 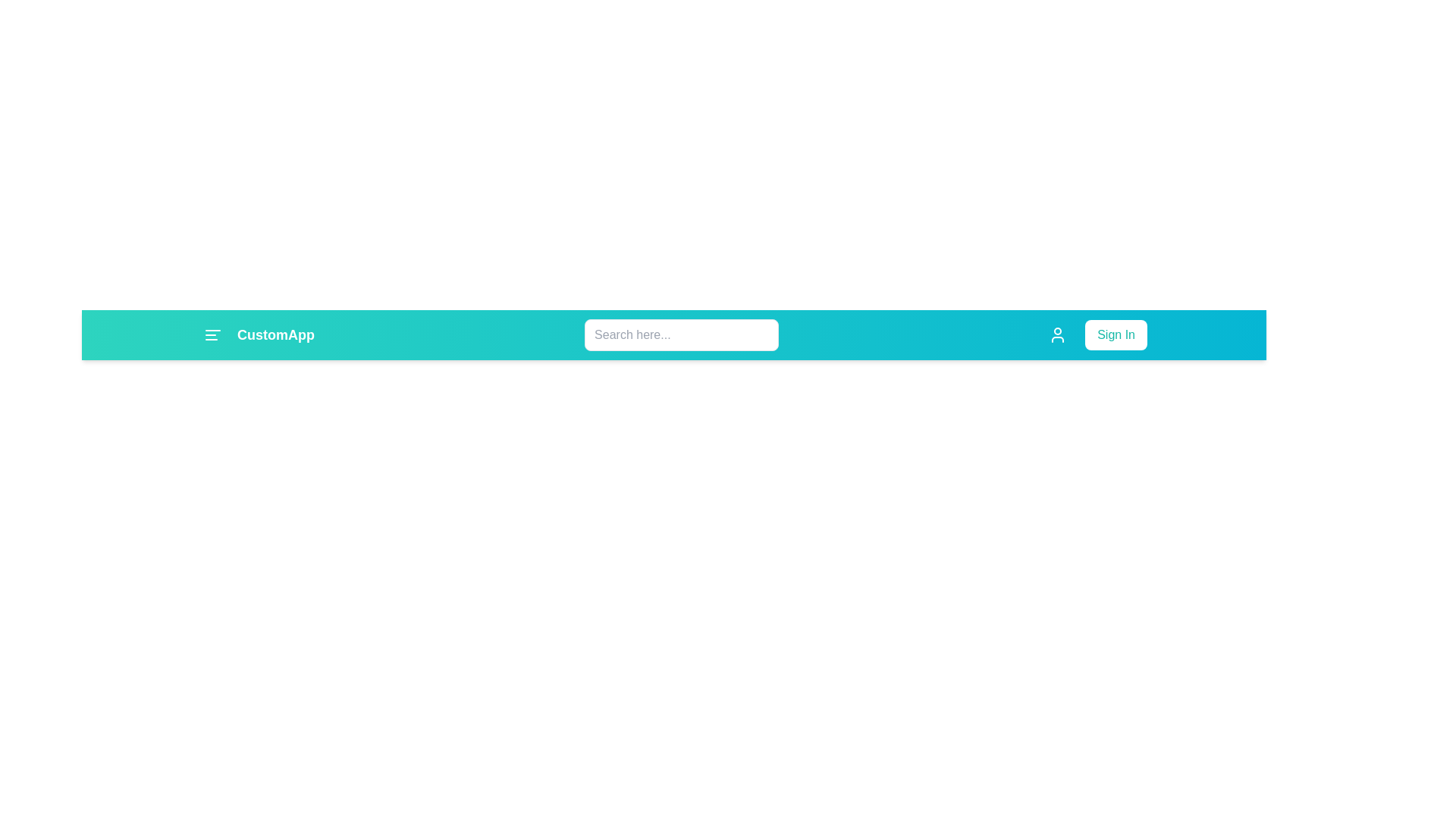 What do you see at coordinates (1057, 334) in the screenshot?
I see `user icon button located in the app bar` at bounding box center [1057, 334].